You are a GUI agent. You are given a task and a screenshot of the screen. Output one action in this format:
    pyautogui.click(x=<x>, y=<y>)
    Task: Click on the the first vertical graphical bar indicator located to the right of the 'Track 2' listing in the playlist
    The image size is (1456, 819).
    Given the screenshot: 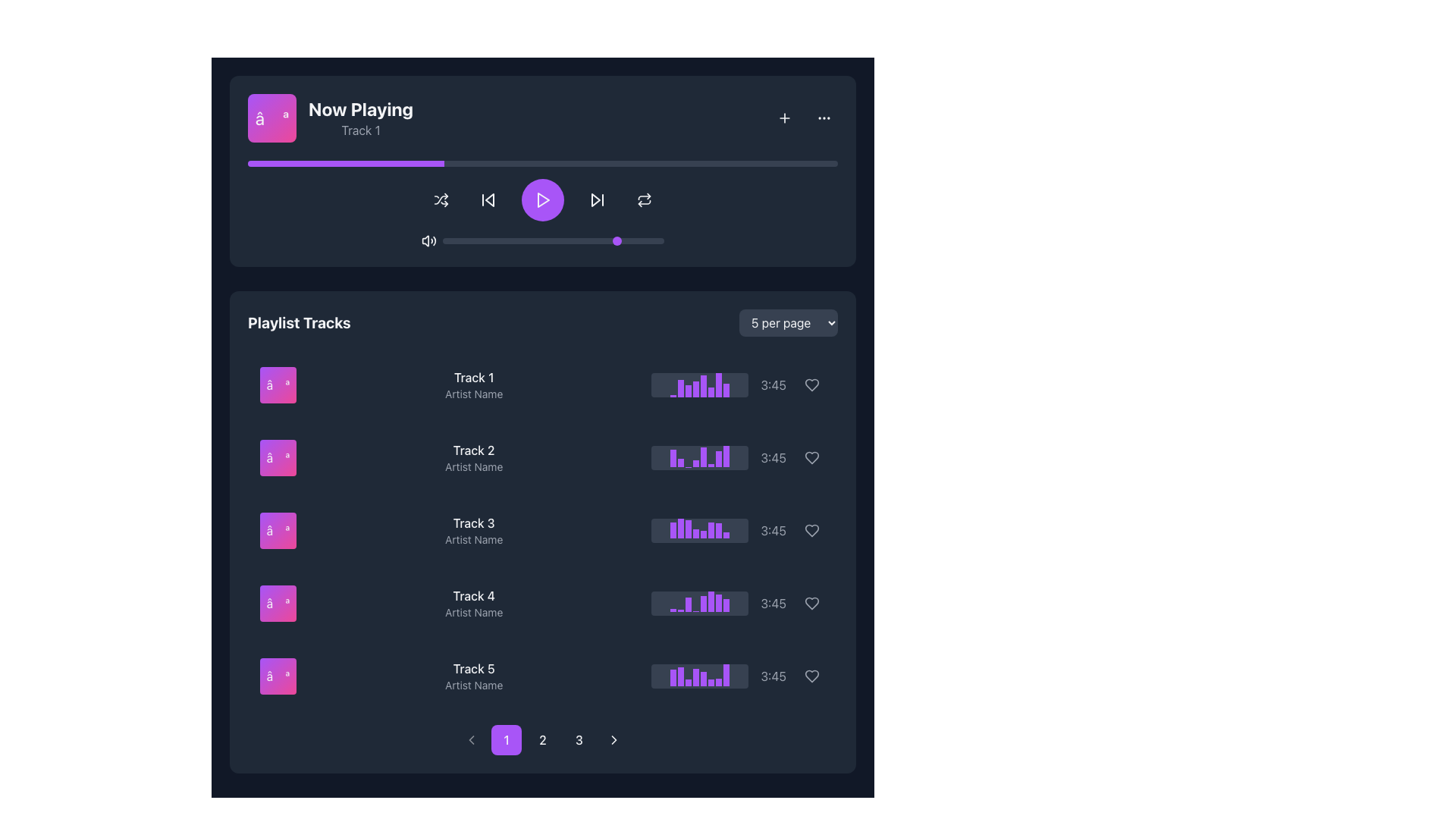 What is the action you would take?
    pyautogui.click(x=673, y=457)
    